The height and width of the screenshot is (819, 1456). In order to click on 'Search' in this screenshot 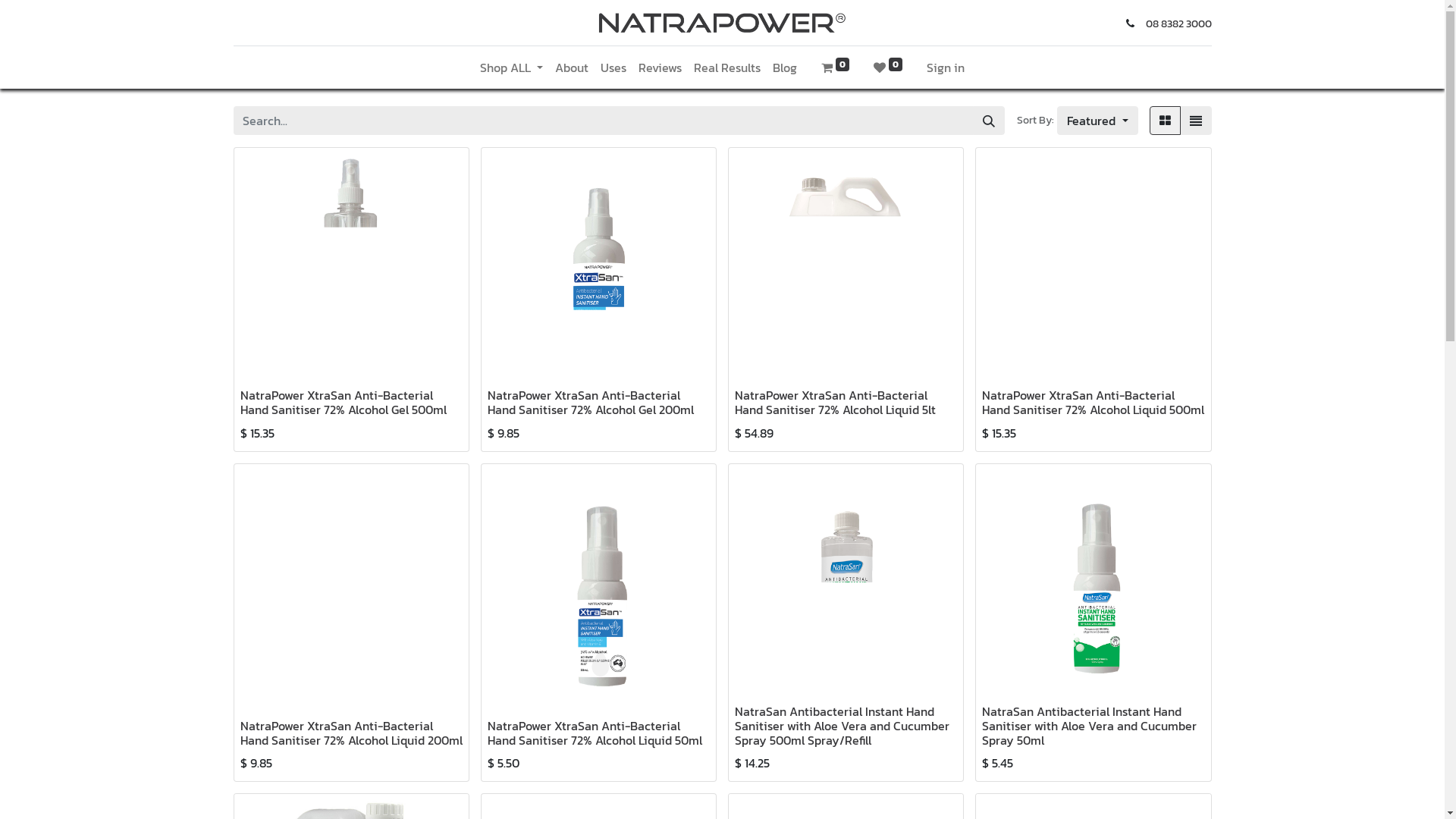, I will do `click(989, 119)`.